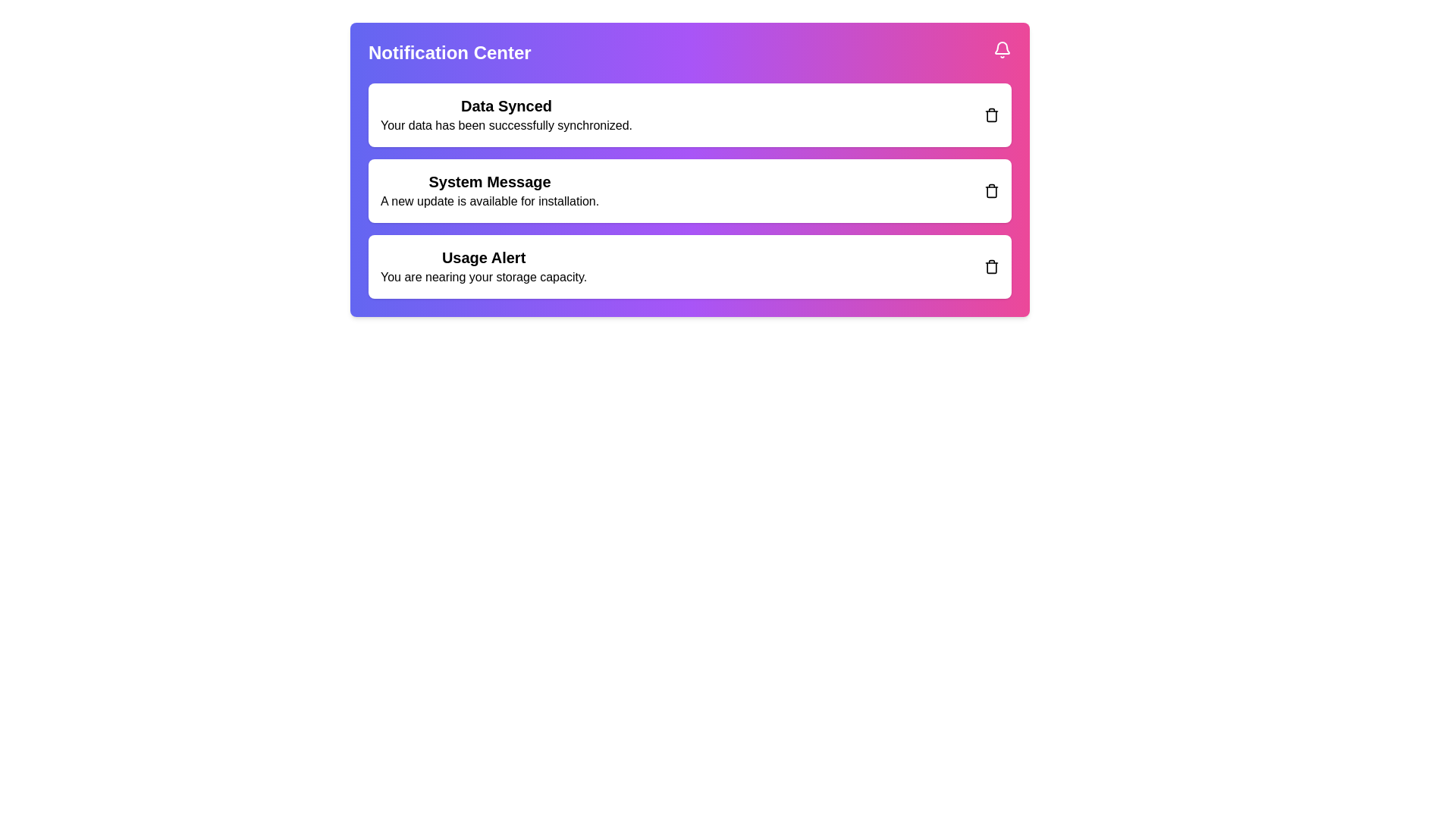 This screenshot has width=1456, height=819. What do you see at coordinates (992, 114) in the screenshot?
I see `the delete button for the 'Data Synced' notification located at the far-right side of the uppermost notification row` at bounding box center [992, 114].